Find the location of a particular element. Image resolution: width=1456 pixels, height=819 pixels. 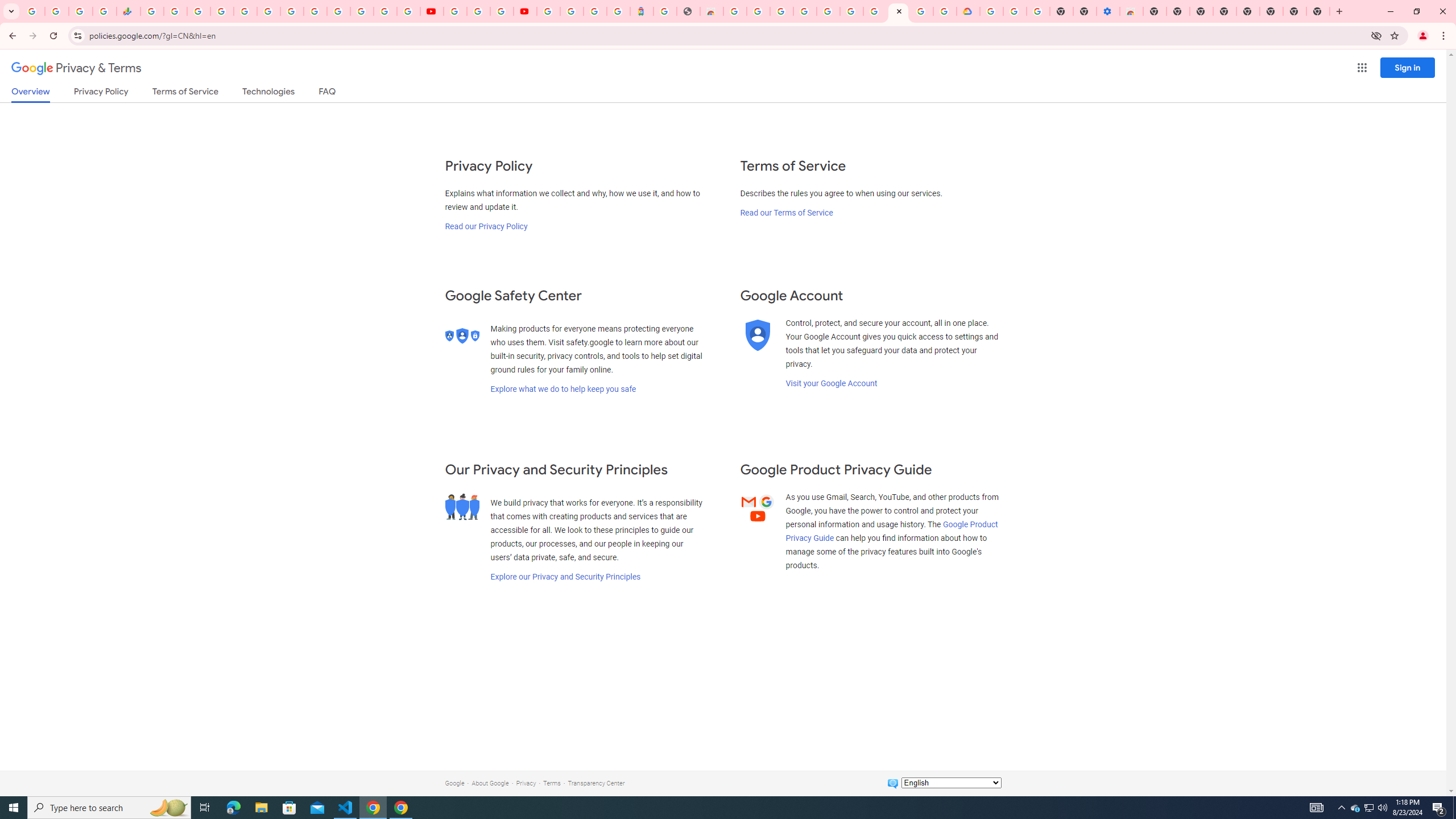

'New Tab' is located at coordinates (1318, 11).